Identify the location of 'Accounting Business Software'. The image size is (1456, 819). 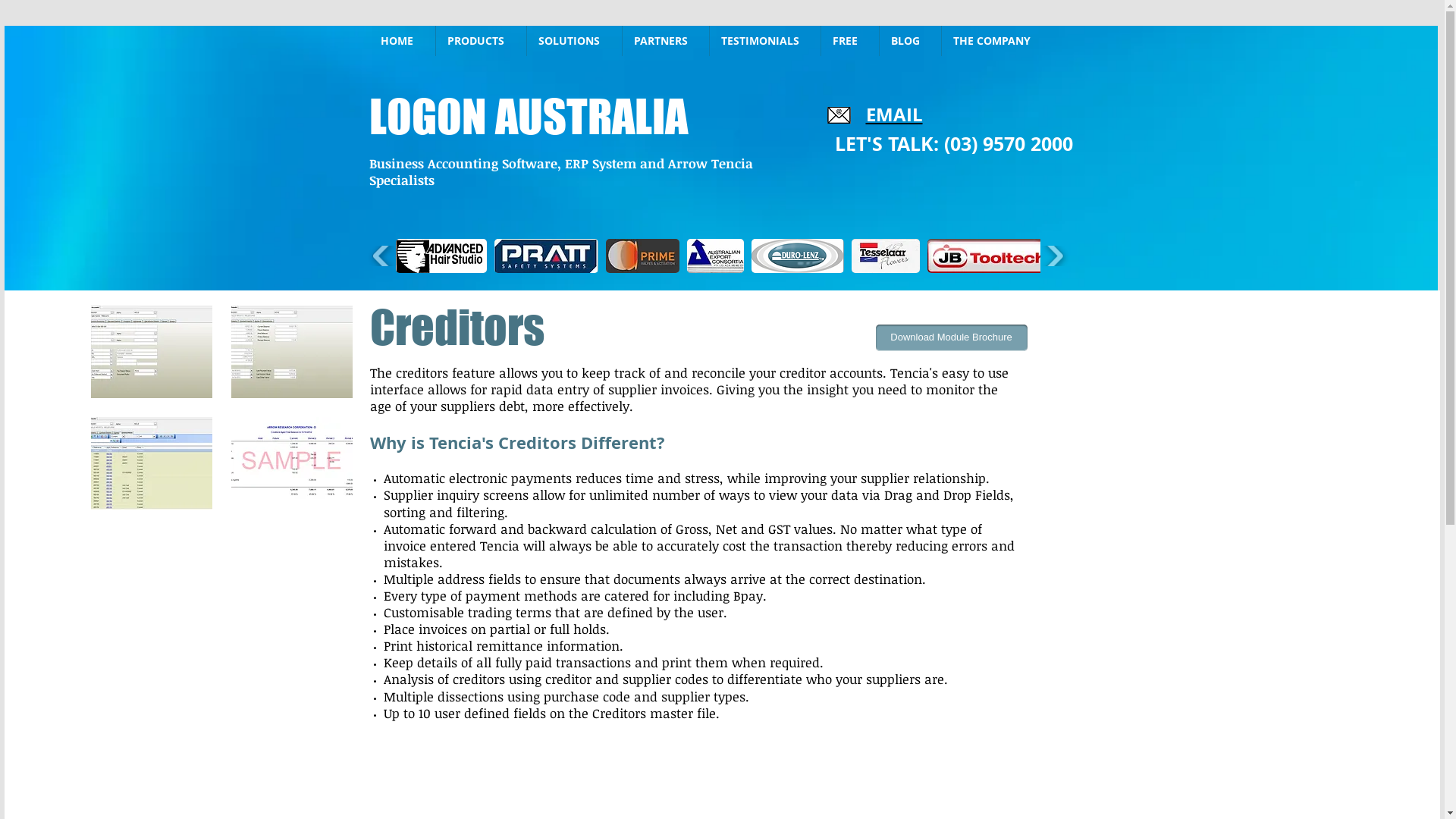
(720, 165).